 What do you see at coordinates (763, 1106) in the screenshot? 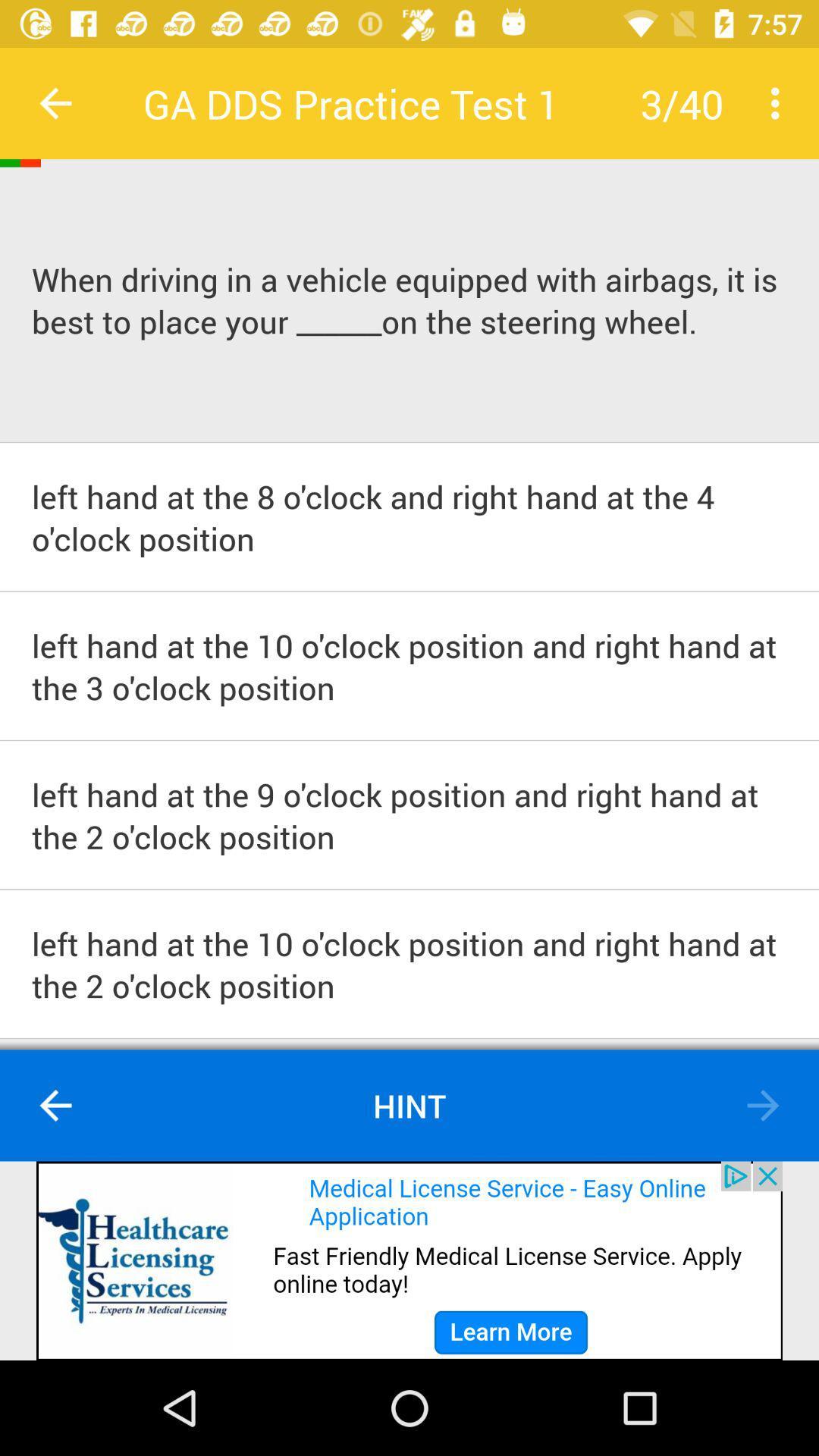
I see `previous` at bounding box center [763, 1106].